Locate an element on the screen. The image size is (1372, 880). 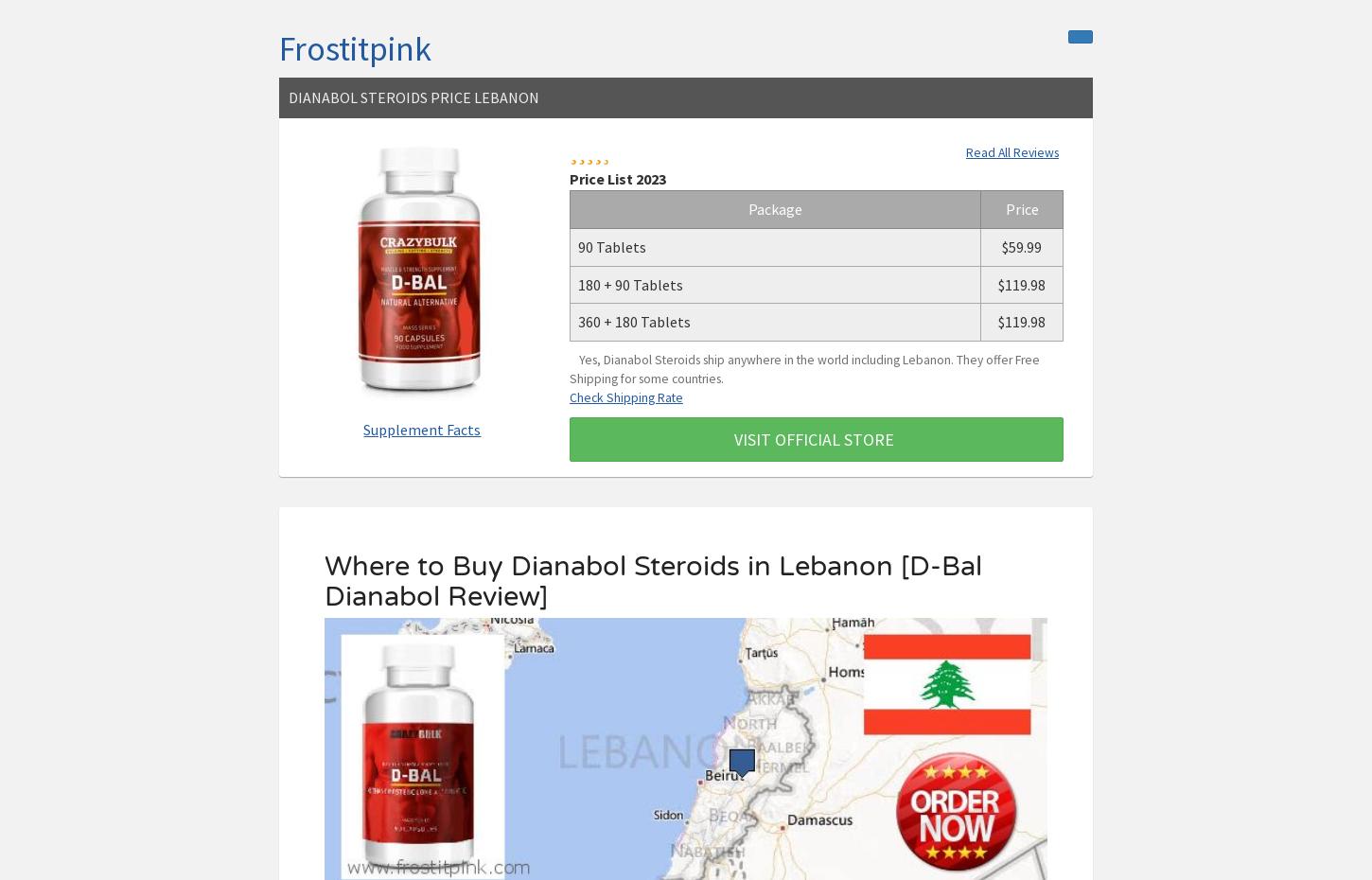
'Price List 2023' is located at coordinates (616, 177).